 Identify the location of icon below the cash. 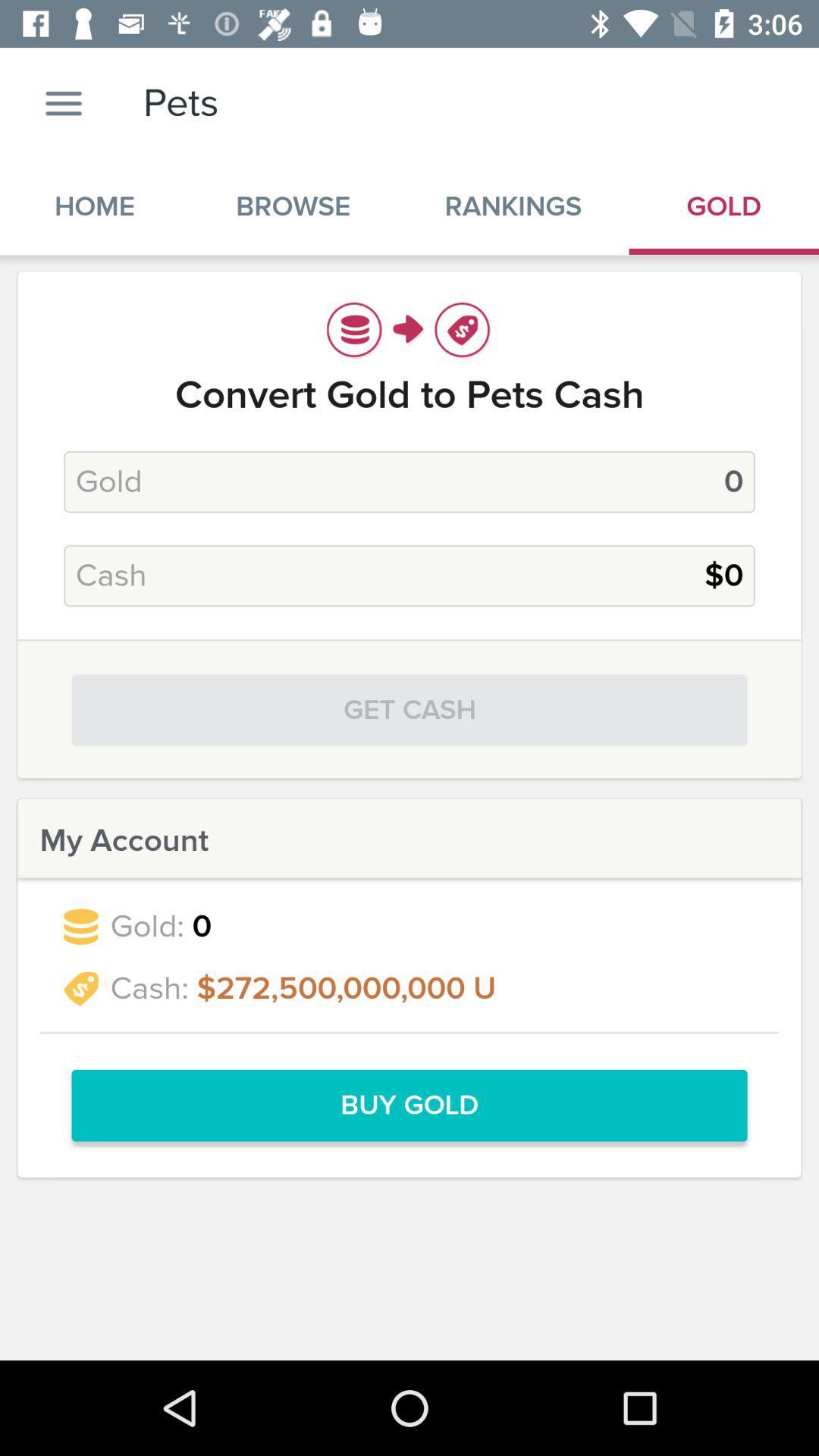
(409, 709).